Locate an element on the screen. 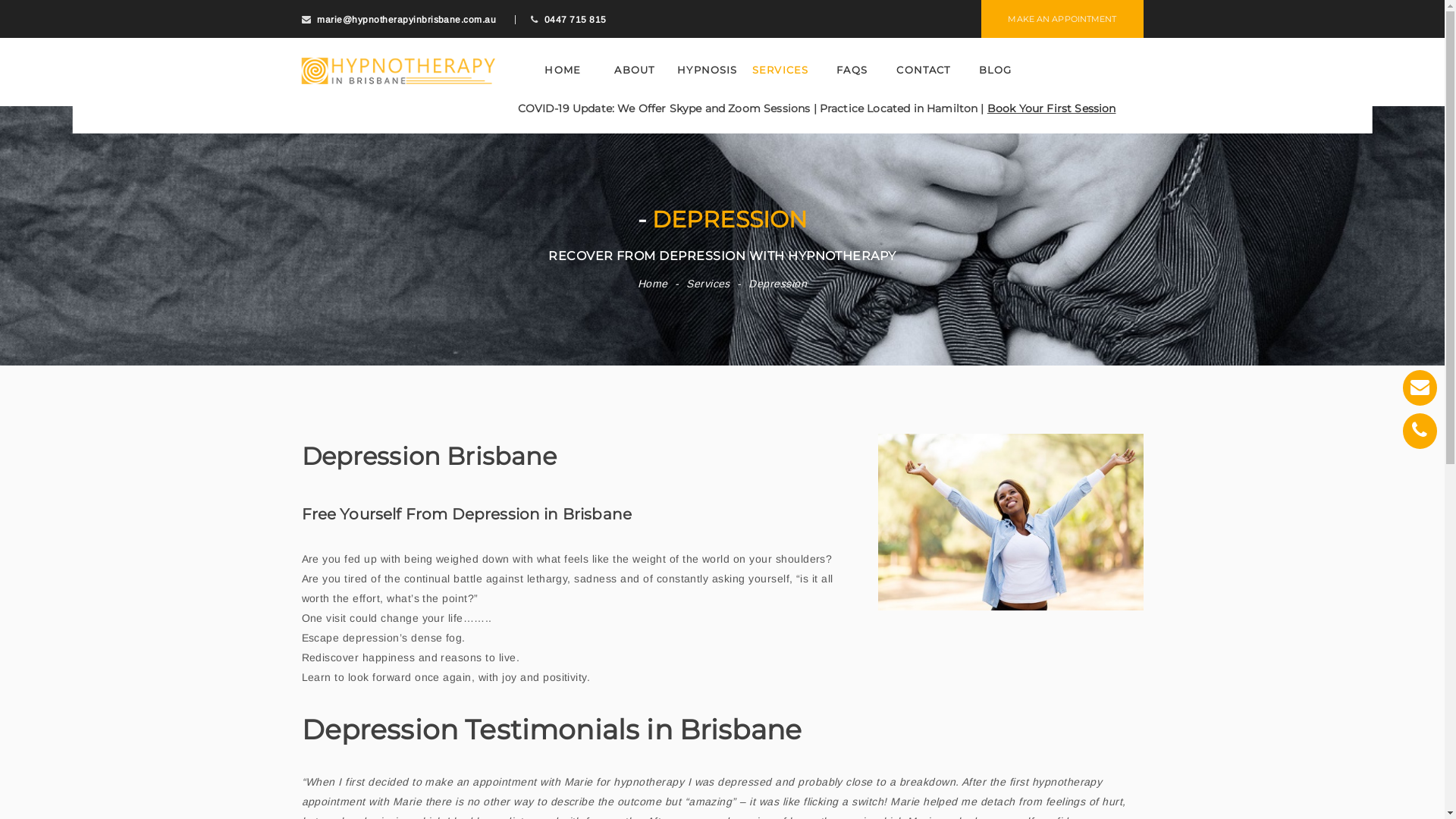  'Email Us' is located at coordinates (1419, 387).